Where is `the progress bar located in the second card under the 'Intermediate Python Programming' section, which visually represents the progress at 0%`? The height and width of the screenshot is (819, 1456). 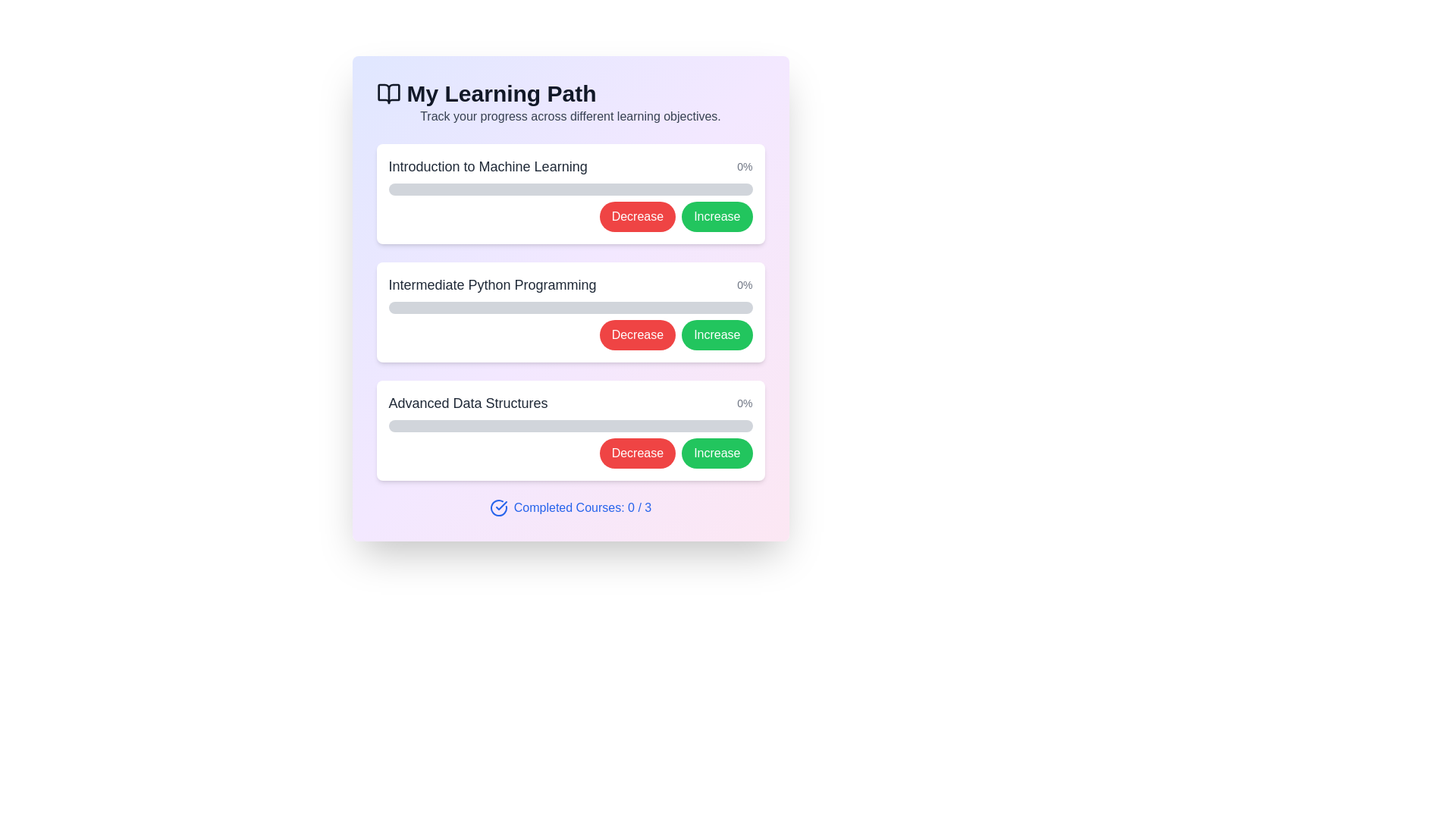 the progress bar located in the second card under the 'Intermediate Python Programming' section, which visually represents the progress at 0% is located at coordinates (570, 307).